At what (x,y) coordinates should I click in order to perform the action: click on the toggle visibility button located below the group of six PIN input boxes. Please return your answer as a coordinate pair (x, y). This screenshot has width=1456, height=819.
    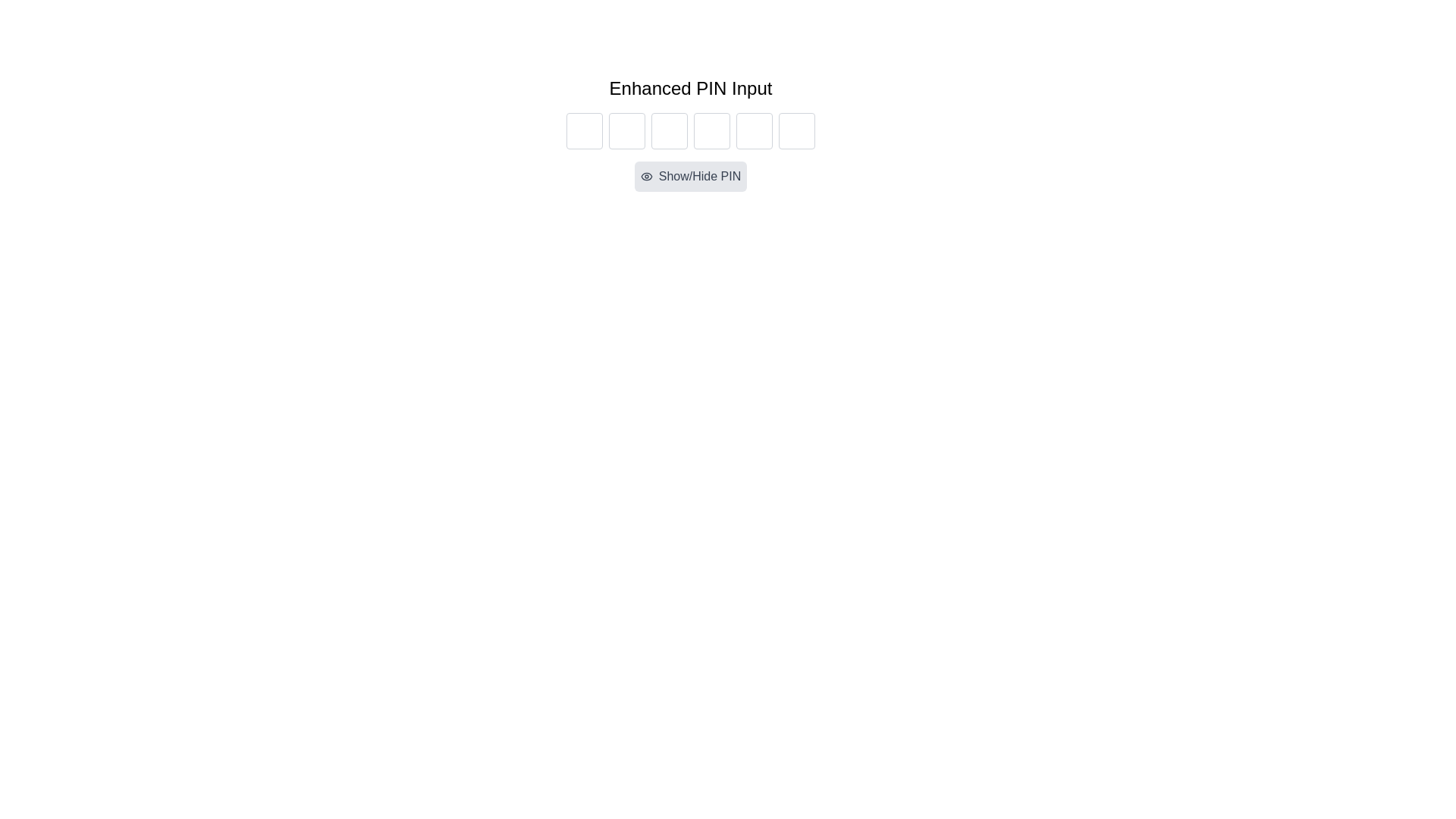
    Looking at the image, I should click on (690, 175).